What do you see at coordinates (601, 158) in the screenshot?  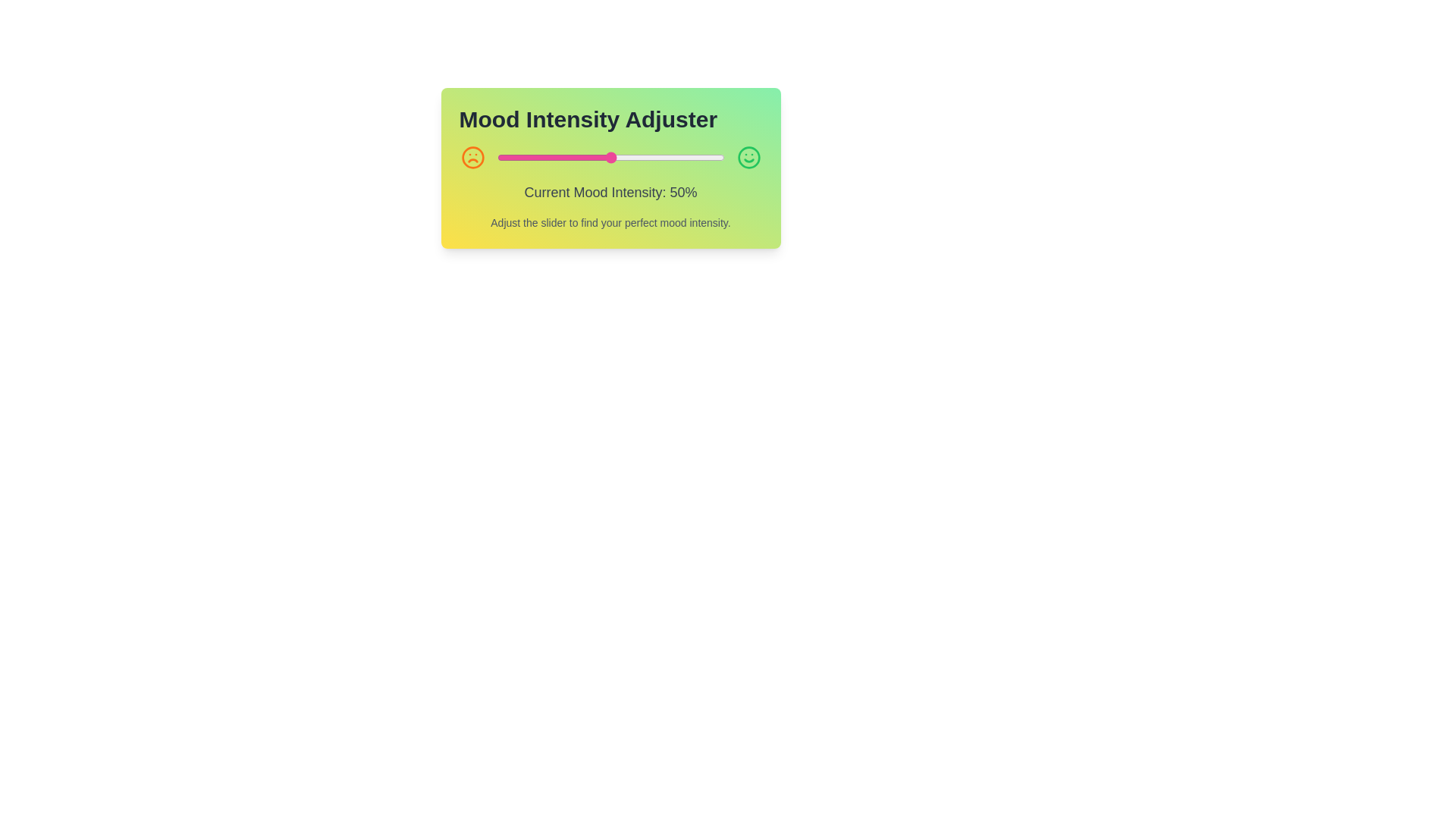 I see `the mood intensity slider to 46% by dragging the slider handle` at bounding box center [601, 158].